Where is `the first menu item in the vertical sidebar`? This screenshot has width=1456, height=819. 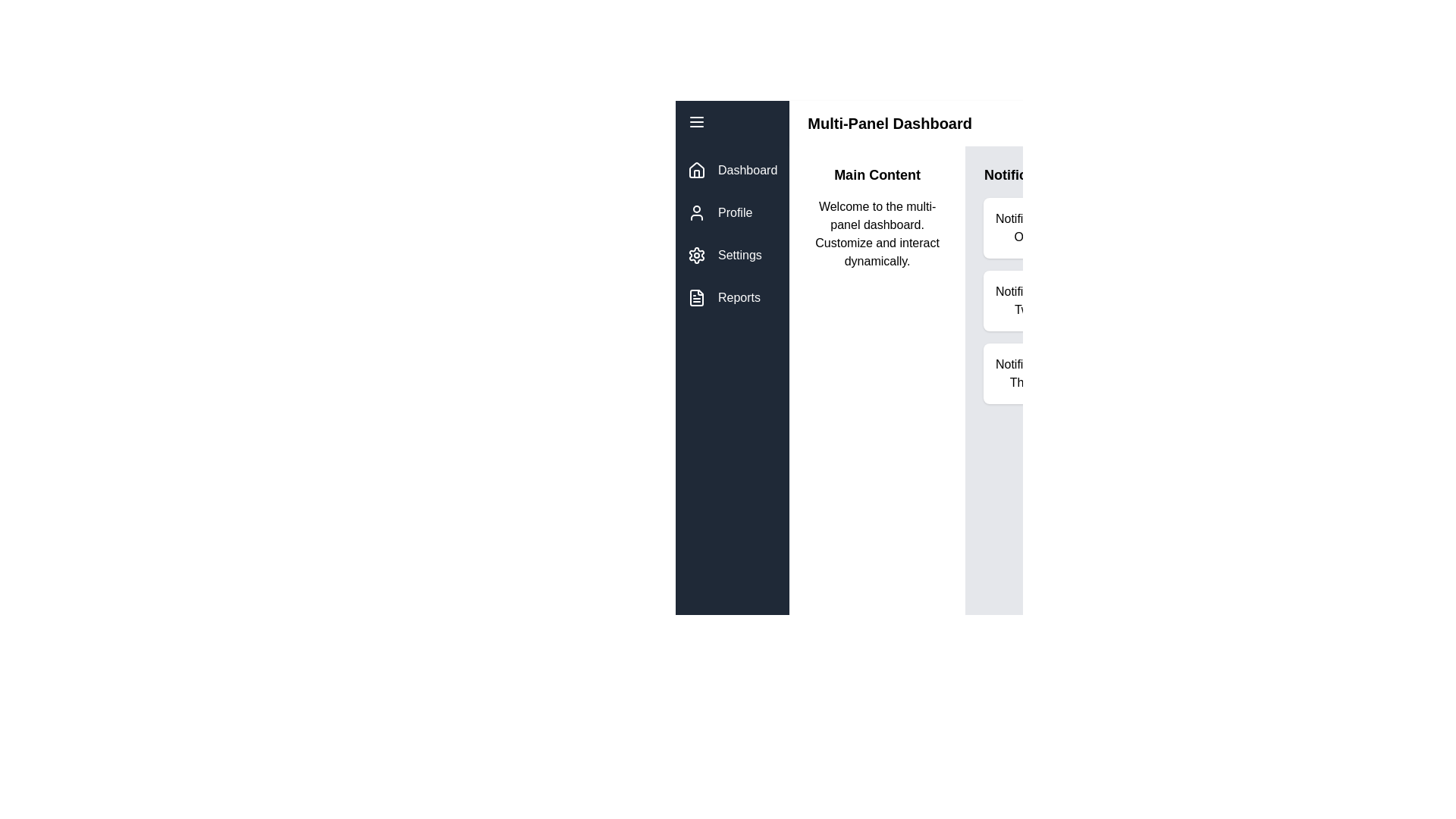
the first menu item in the vertical sidebar is located at coordinates (733, 170).